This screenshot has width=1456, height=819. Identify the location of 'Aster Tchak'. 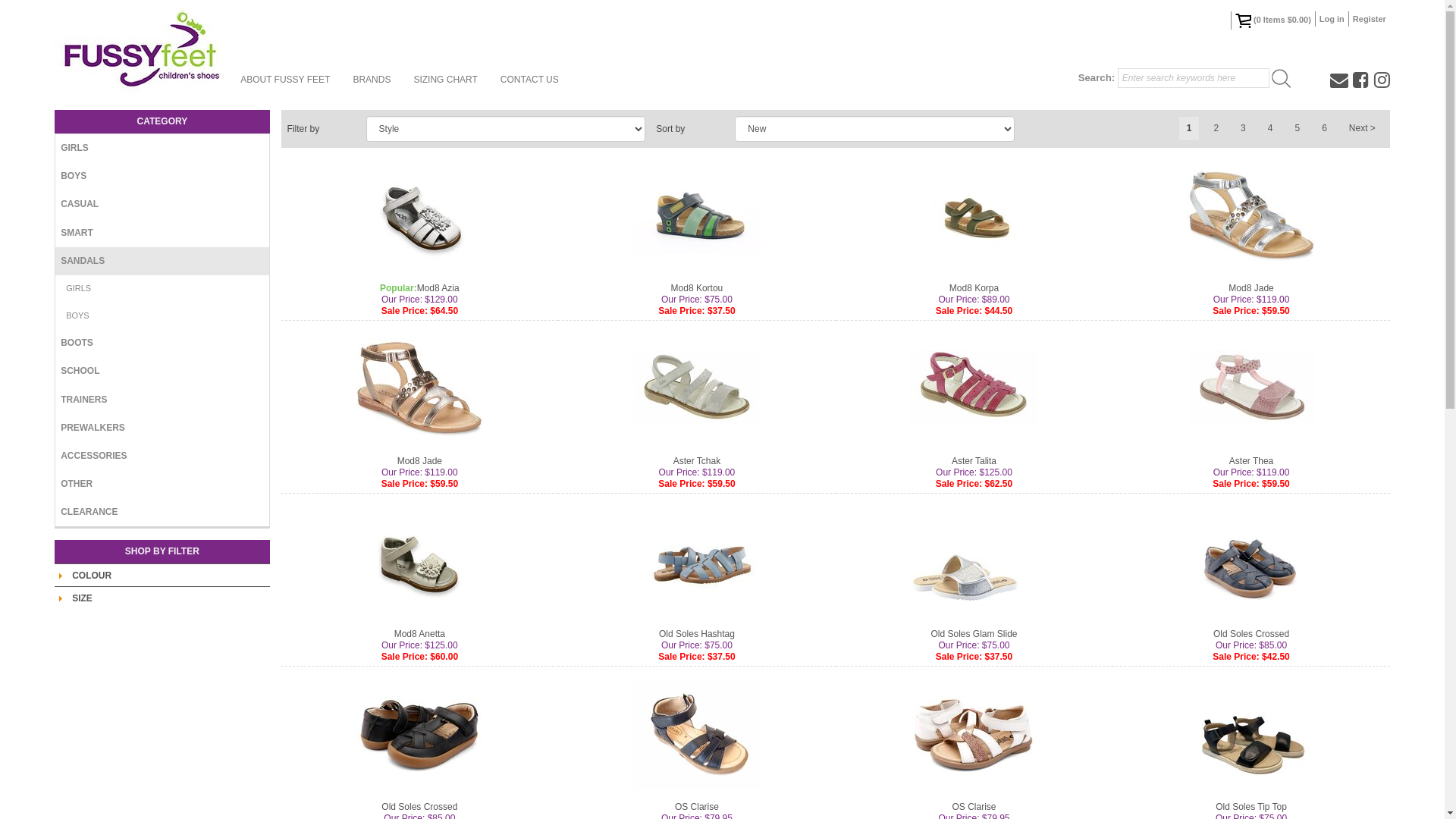
(673, 460).